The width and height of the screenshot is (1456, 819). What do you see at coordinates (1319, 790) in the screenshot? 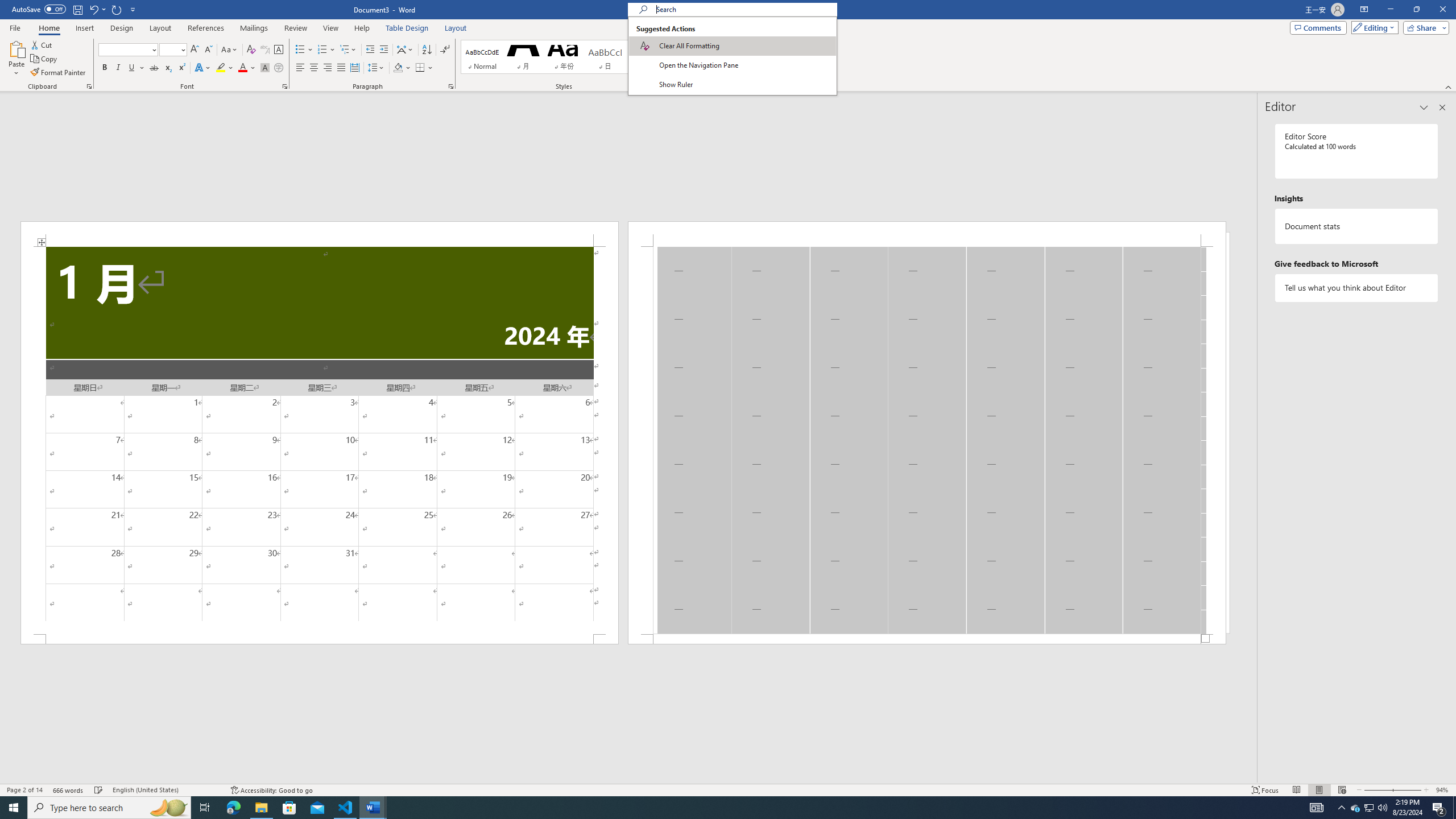
I see `'Print Layout'` at bounding box center [1319, 790].